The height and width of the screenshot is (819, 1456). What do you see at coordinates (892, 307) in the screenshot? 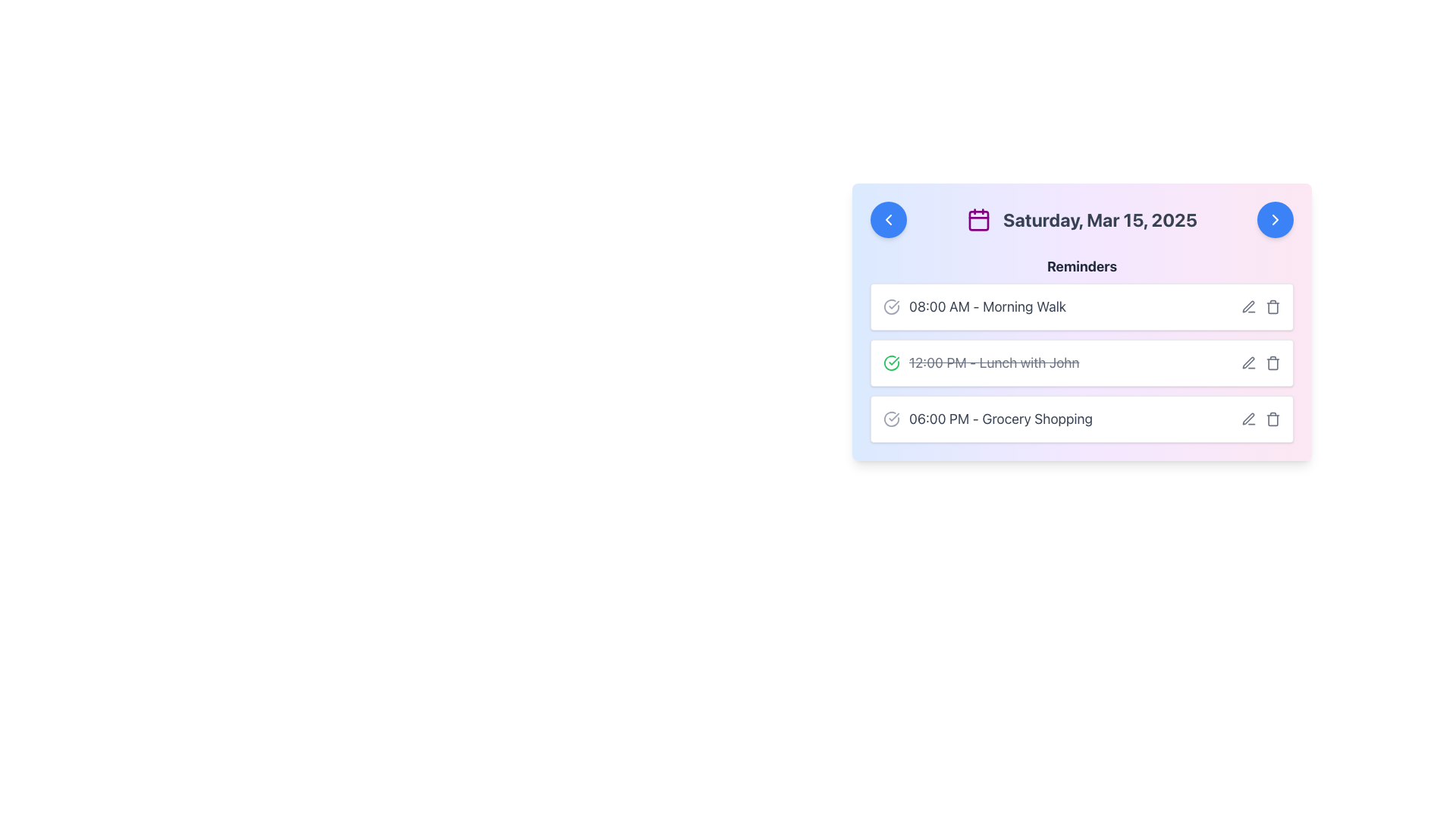
I see `the circular icon with a checkmark inside, styled in light gray, located next to the text '08:00 AM - Morning Walk'` at bounding box center [892, 307].